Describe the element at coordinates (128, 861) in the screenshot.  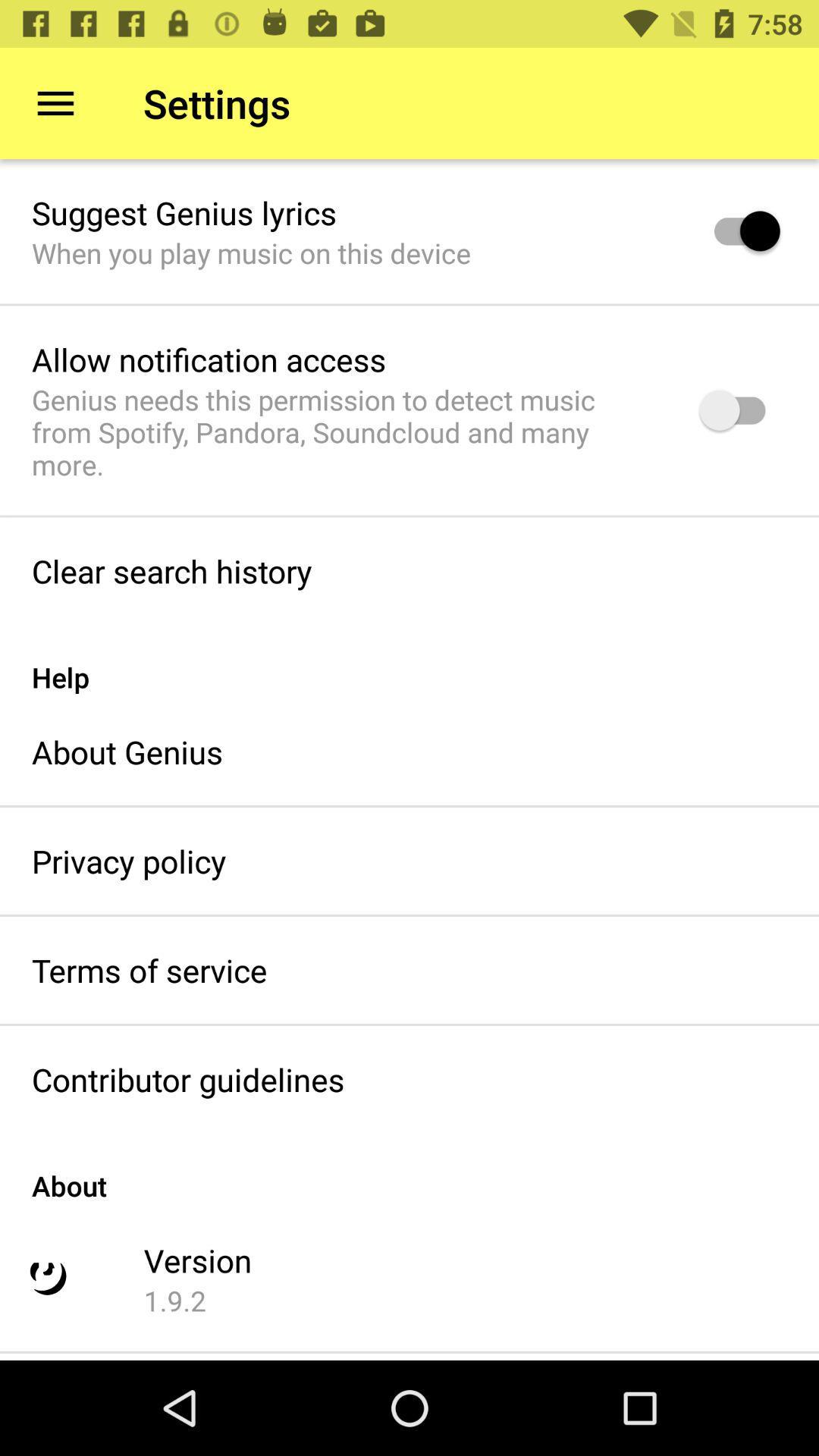
I see `the icon above terms of service icon` at that location.